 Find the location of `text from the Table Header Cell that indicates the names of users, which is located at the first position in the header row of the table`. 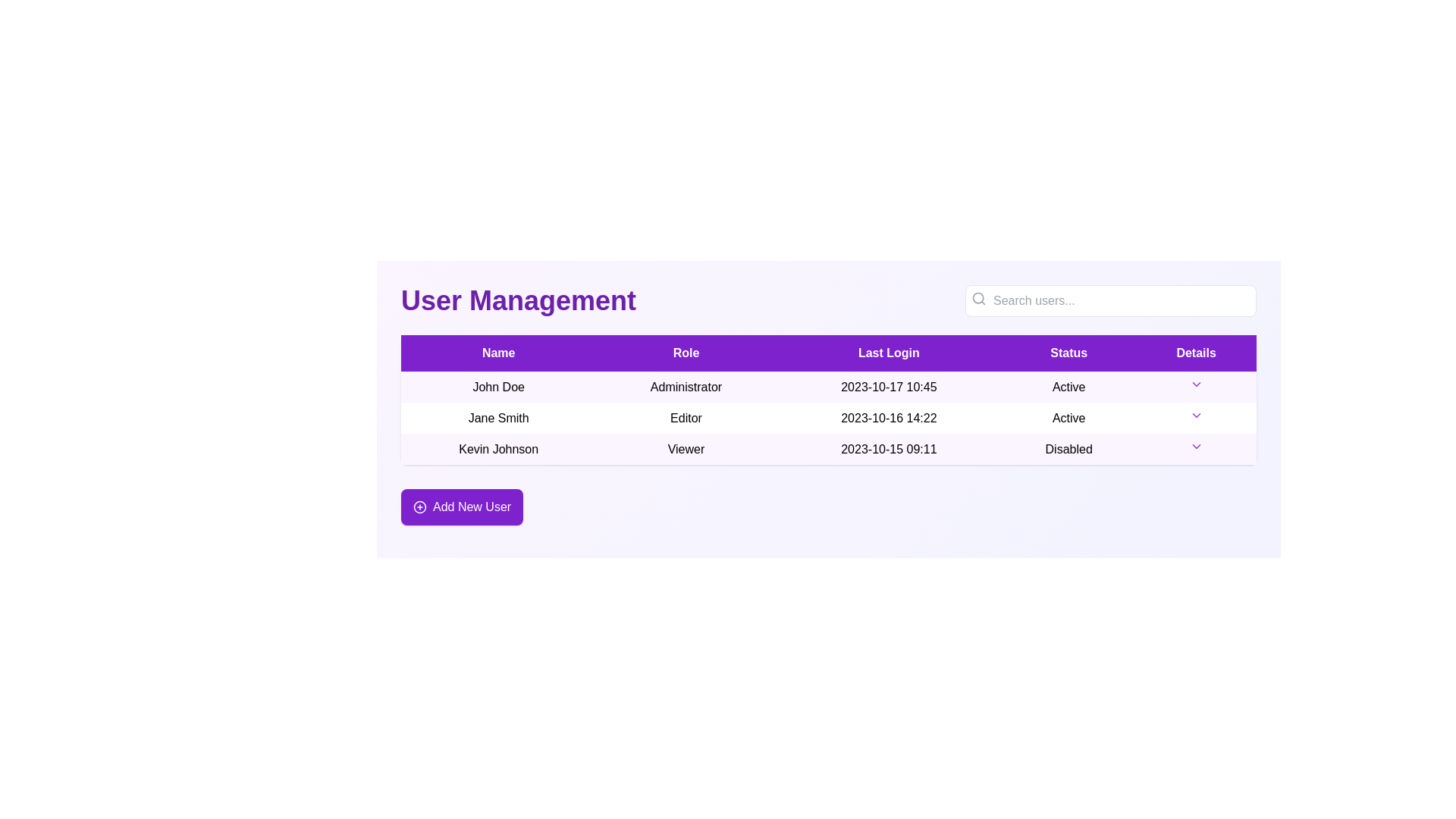

text from the Table Header Cell that indicates the names of users, which is located at the first position in the header row of the table is located at coordinates (498, 353).